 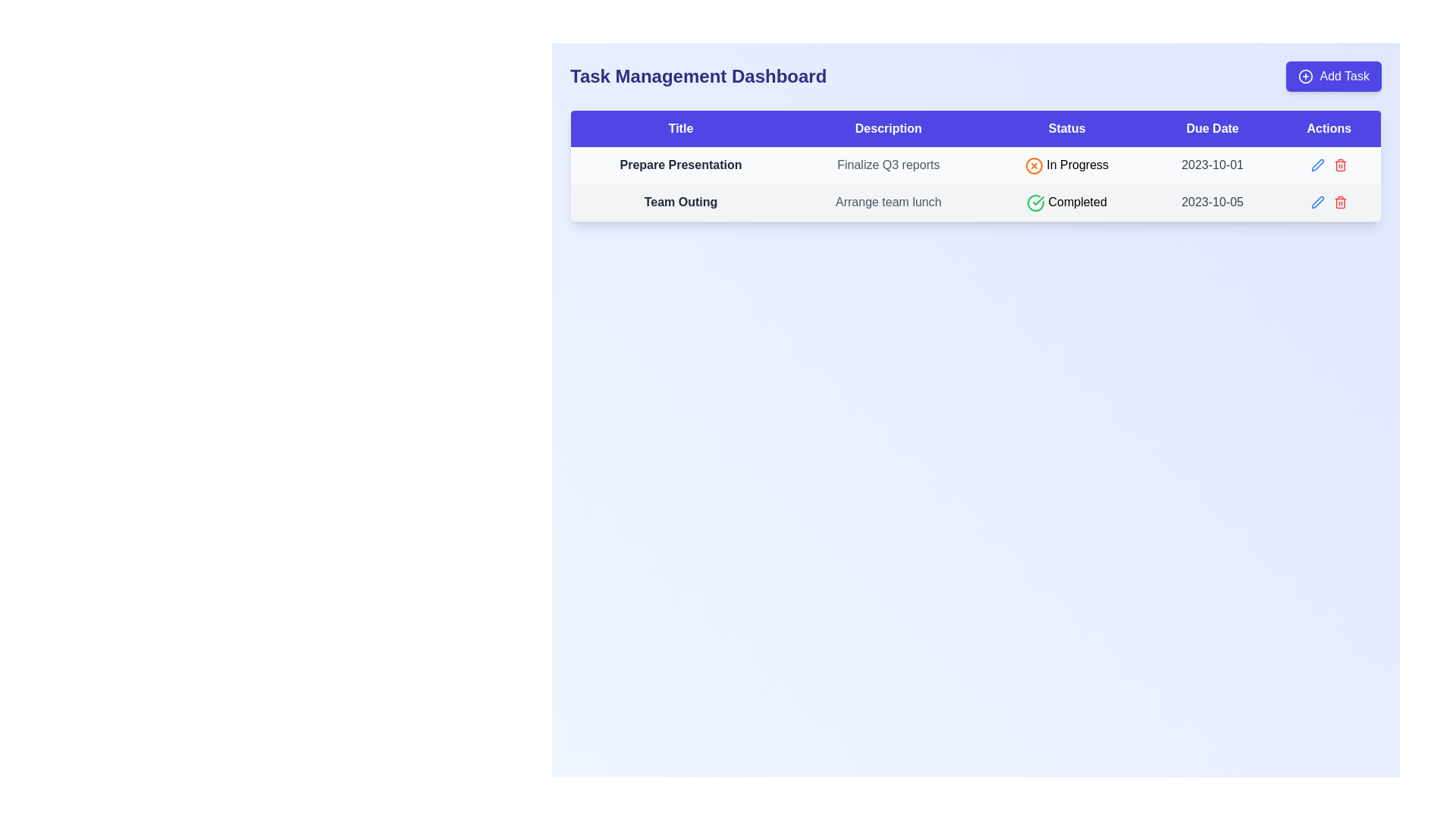 I want to click on the status icon, so click(x=1033, y=165).